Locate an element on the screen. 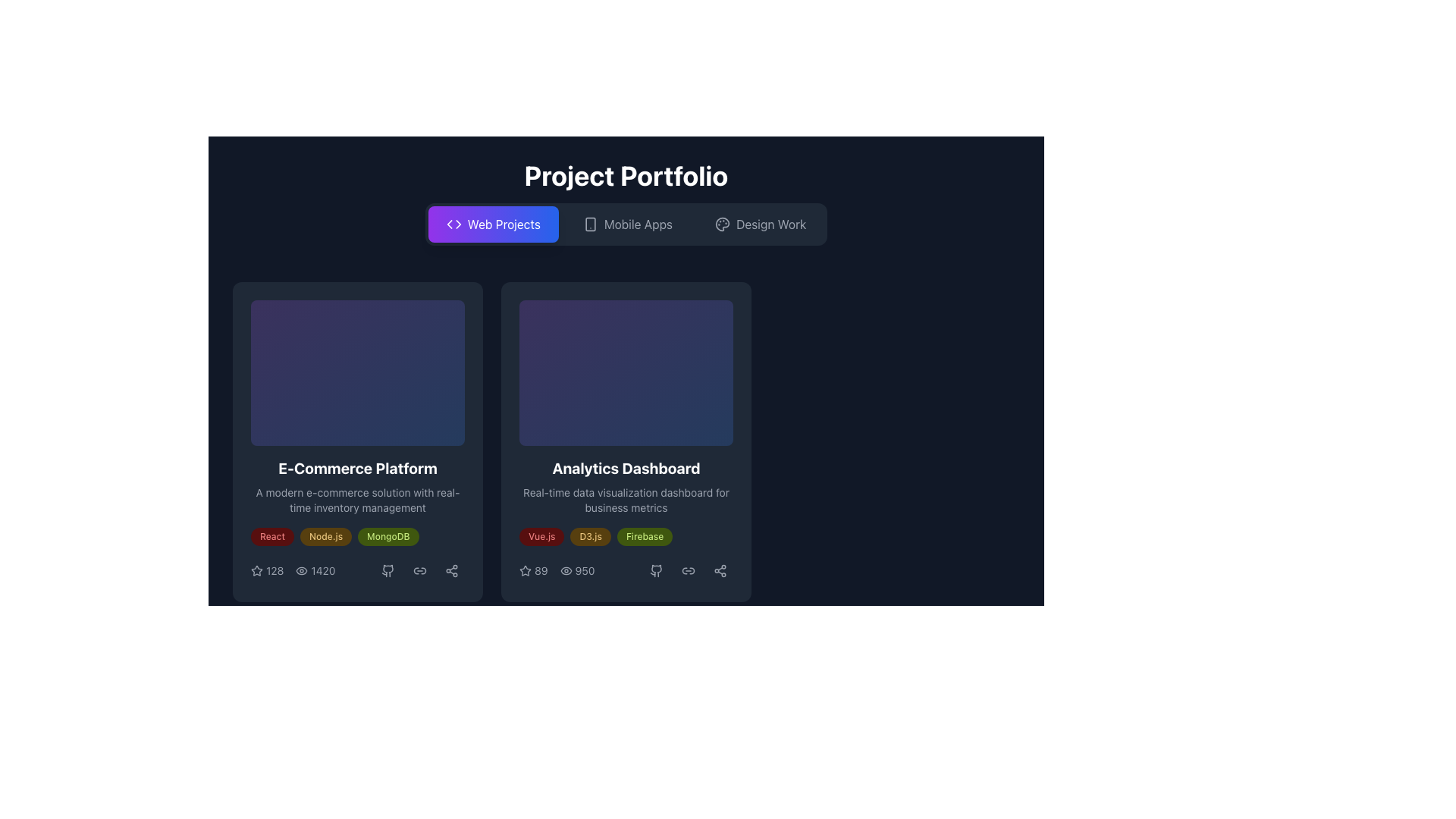  the circular Icon button located in the bottom-right corner of the 'Analytics Dashboard' card is located at coordinates (656, 570).